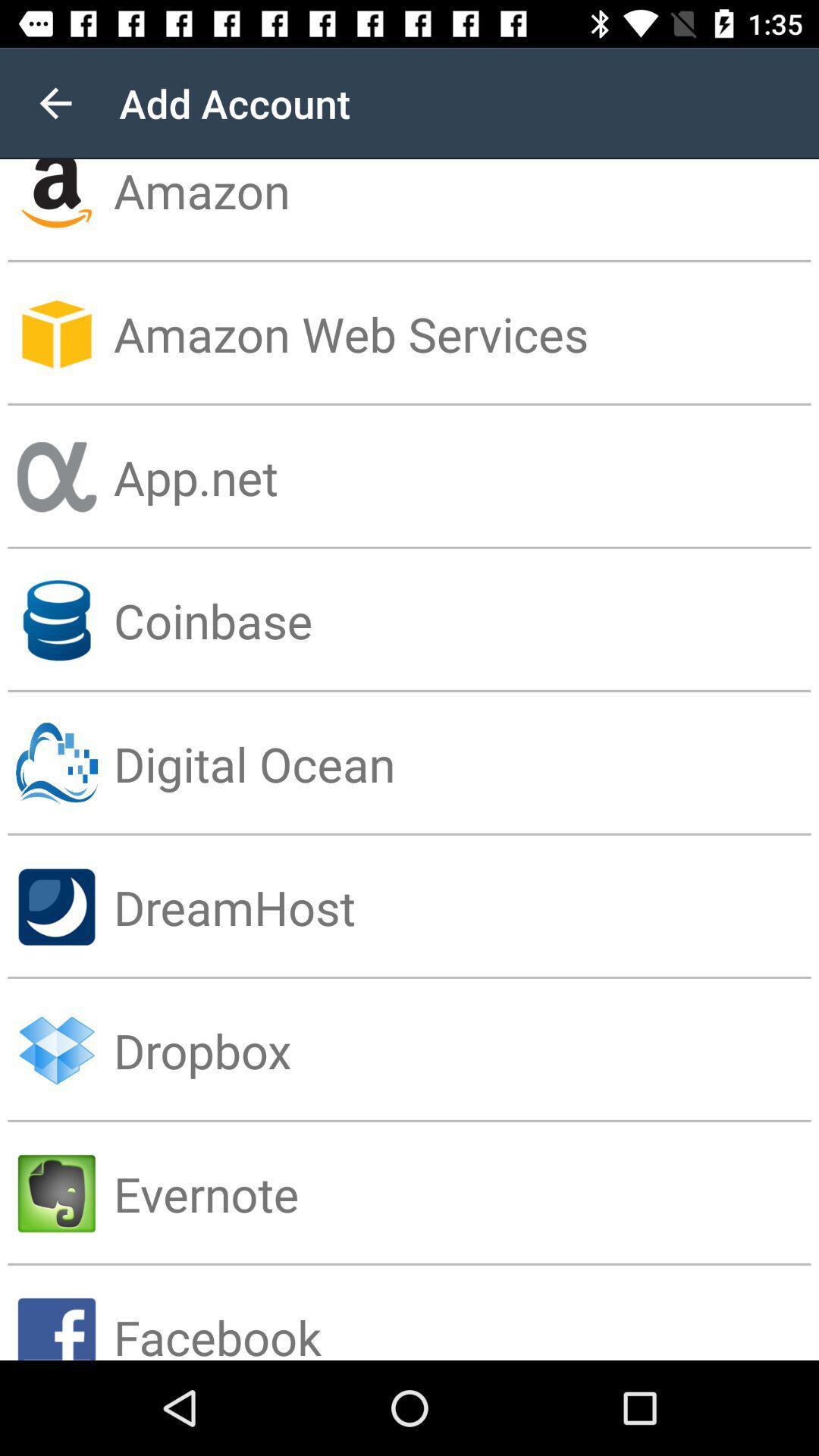 This screenshot has height=1456, width=819. Describe the element at coordinates (465, 476) in the screenshot. I see `the app.net item` at that location.